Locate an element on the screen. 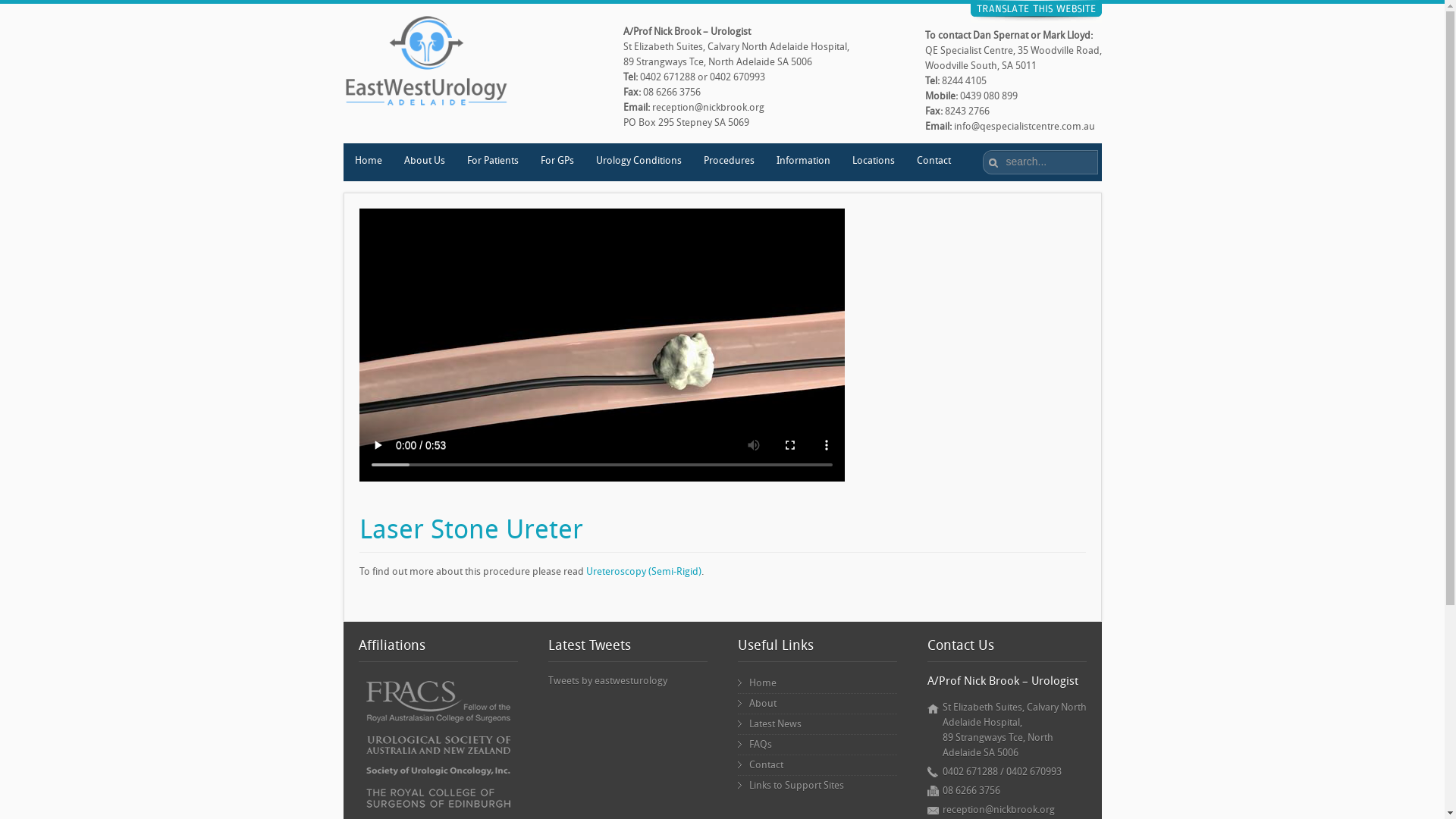  'reception@nickbrook.org' is located at coordinates (708, 106).